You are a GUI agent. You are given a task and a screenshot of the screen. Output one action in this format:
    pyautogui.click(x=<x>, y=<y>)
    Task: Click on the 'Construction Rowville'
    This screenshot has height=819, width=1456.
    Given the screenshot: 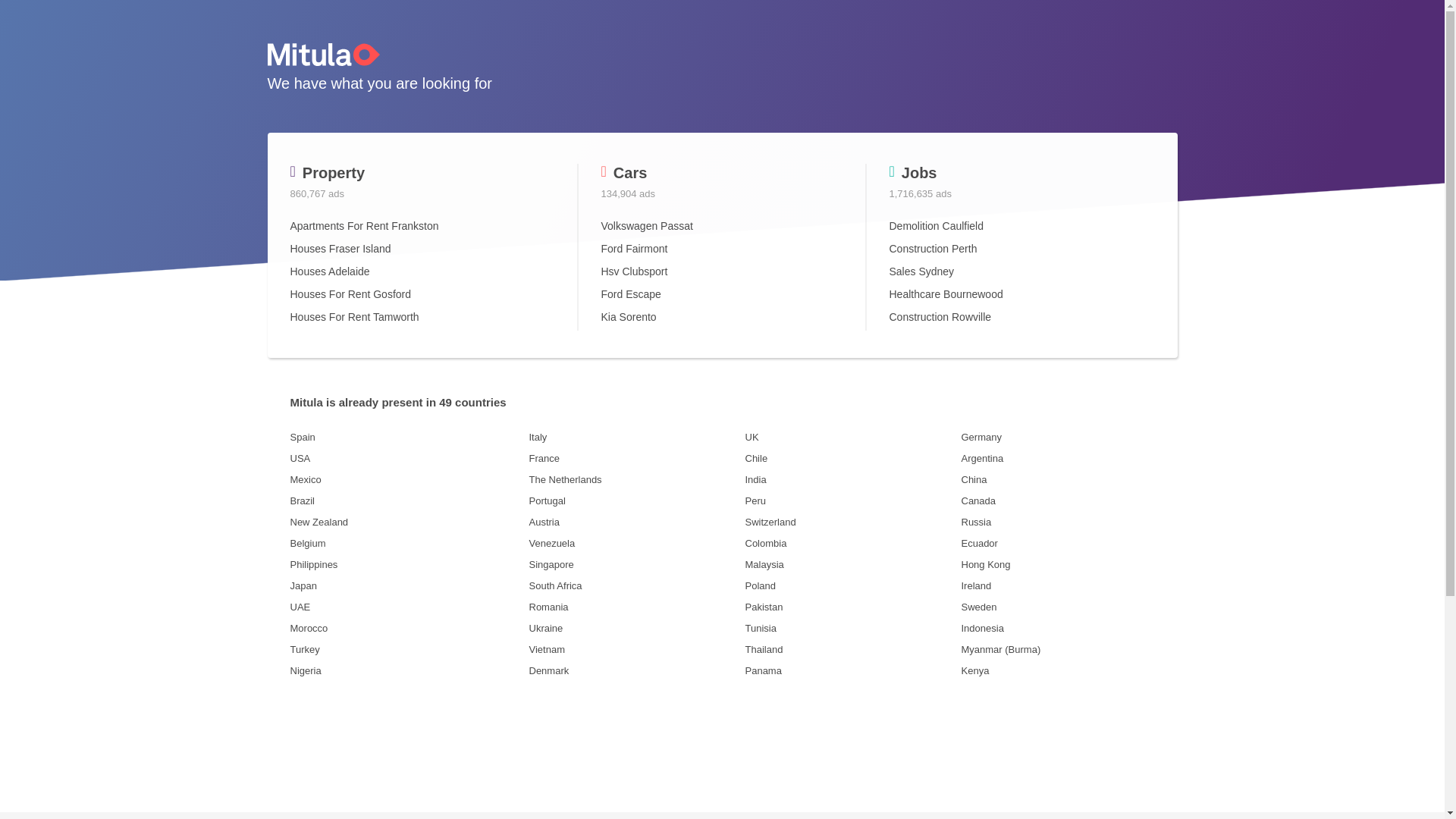 What is the action you would take?
    pyautogui.click(x=939, y=315)
    